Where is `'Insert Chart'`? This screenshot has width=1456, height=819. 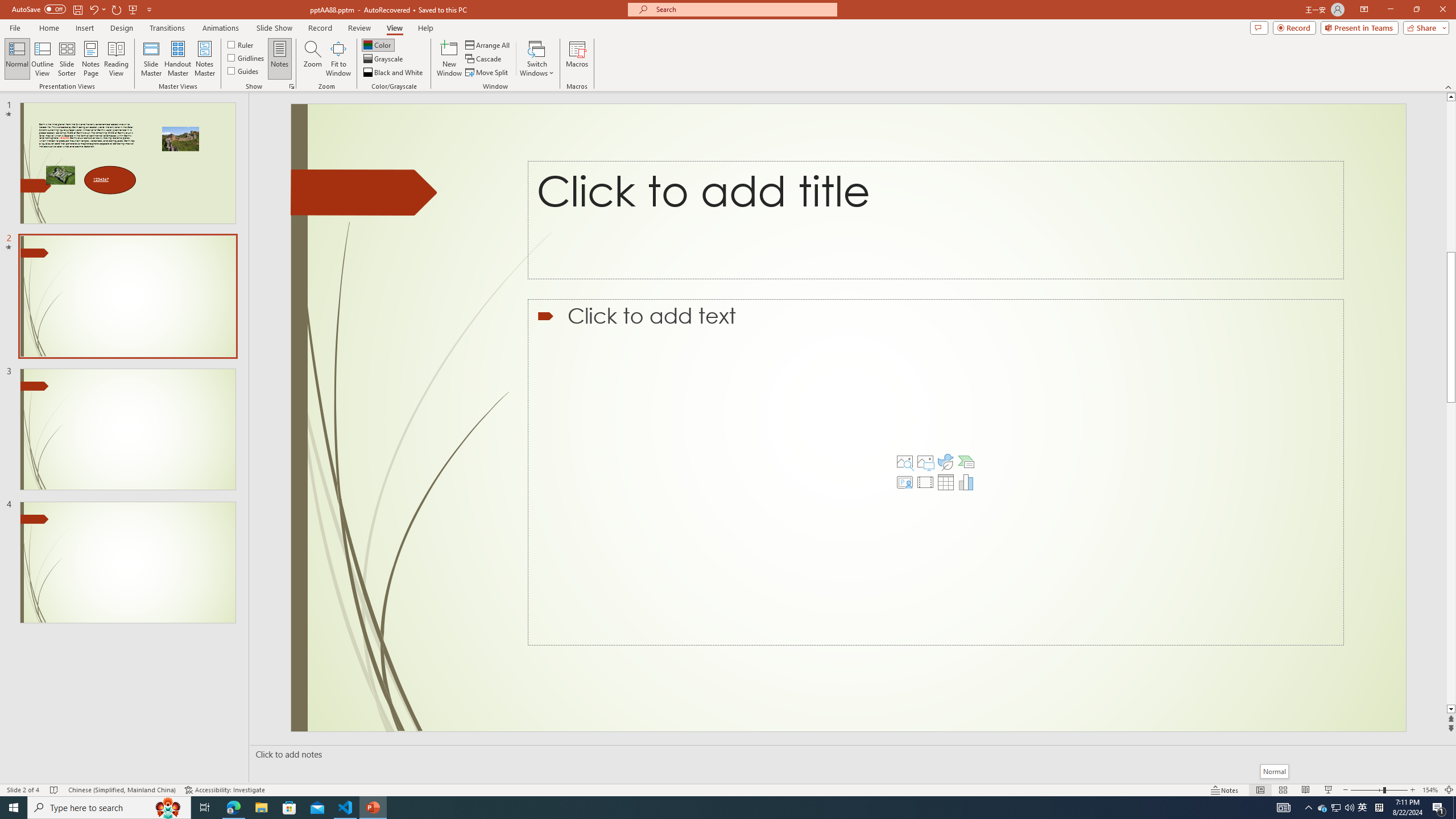
'Insert Chart' is located at coordinates (965, 482).